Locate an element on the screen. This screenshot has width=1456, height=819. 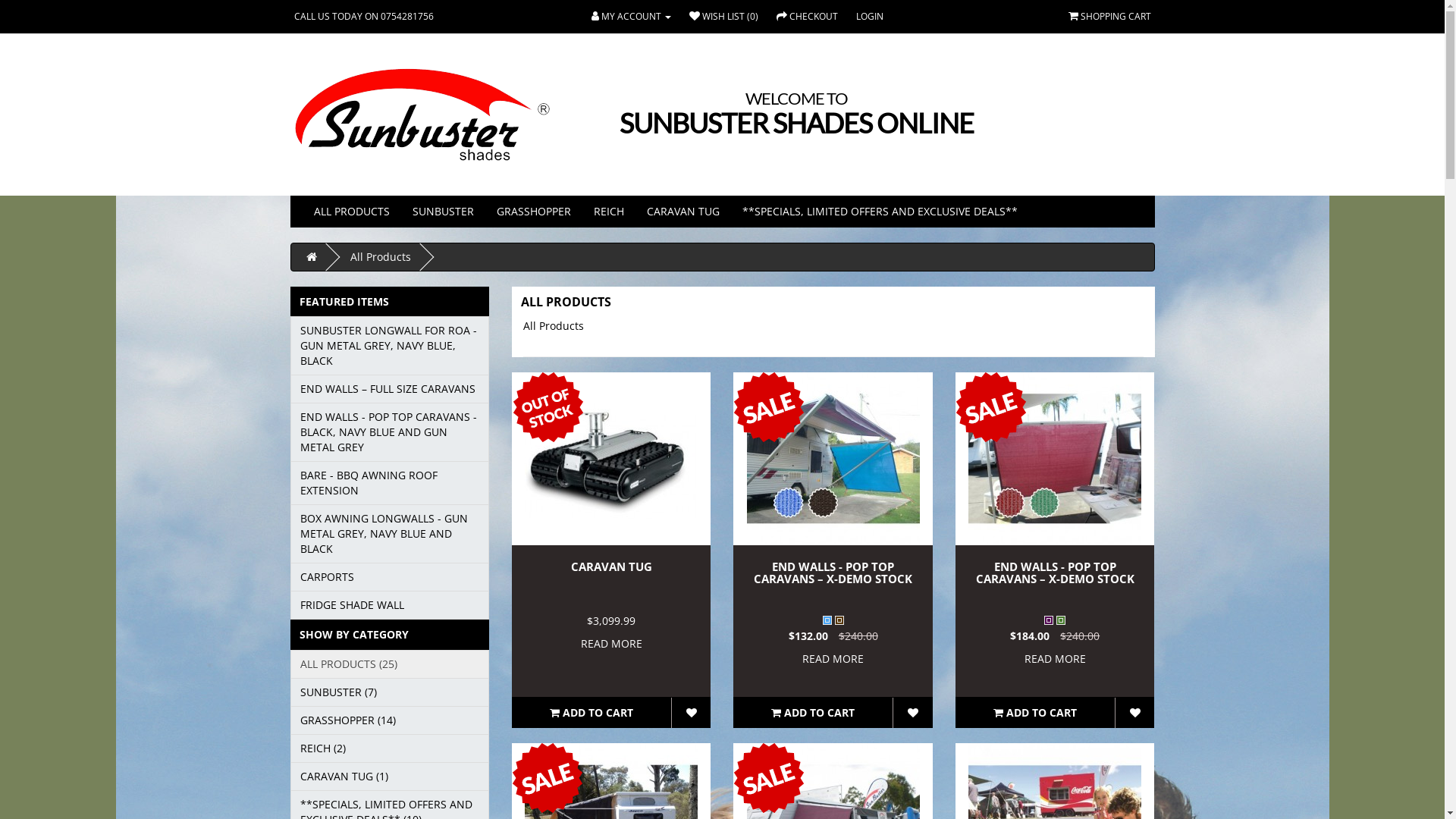
'Sunbuster Shades' is located at coordinates (422, 114).